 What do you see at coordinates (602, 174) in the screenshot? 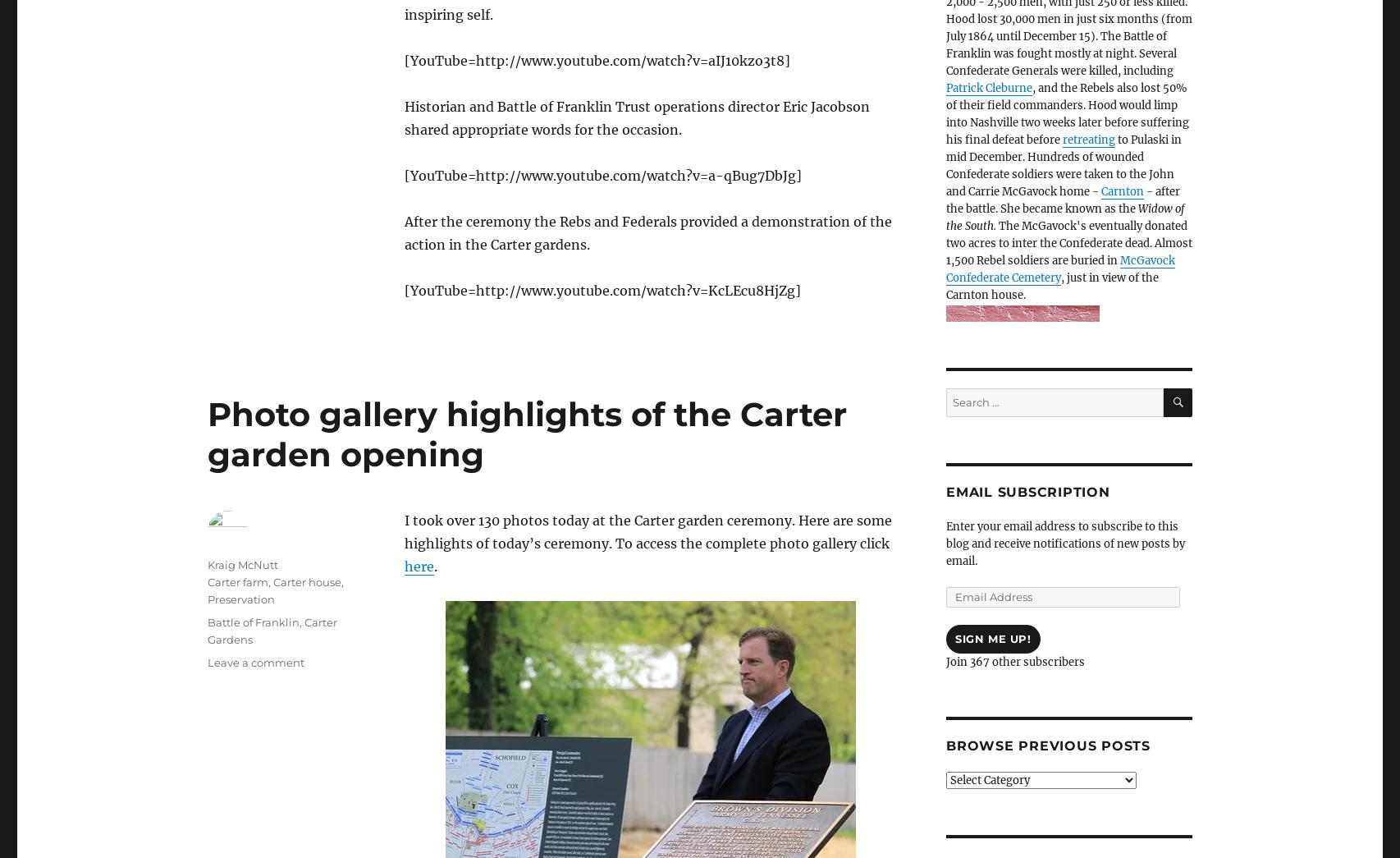
I see `'[YouTube=http://www.youtube.com/watch?v=a-qBug7DbJg]'` at bounding box center [602, 174].